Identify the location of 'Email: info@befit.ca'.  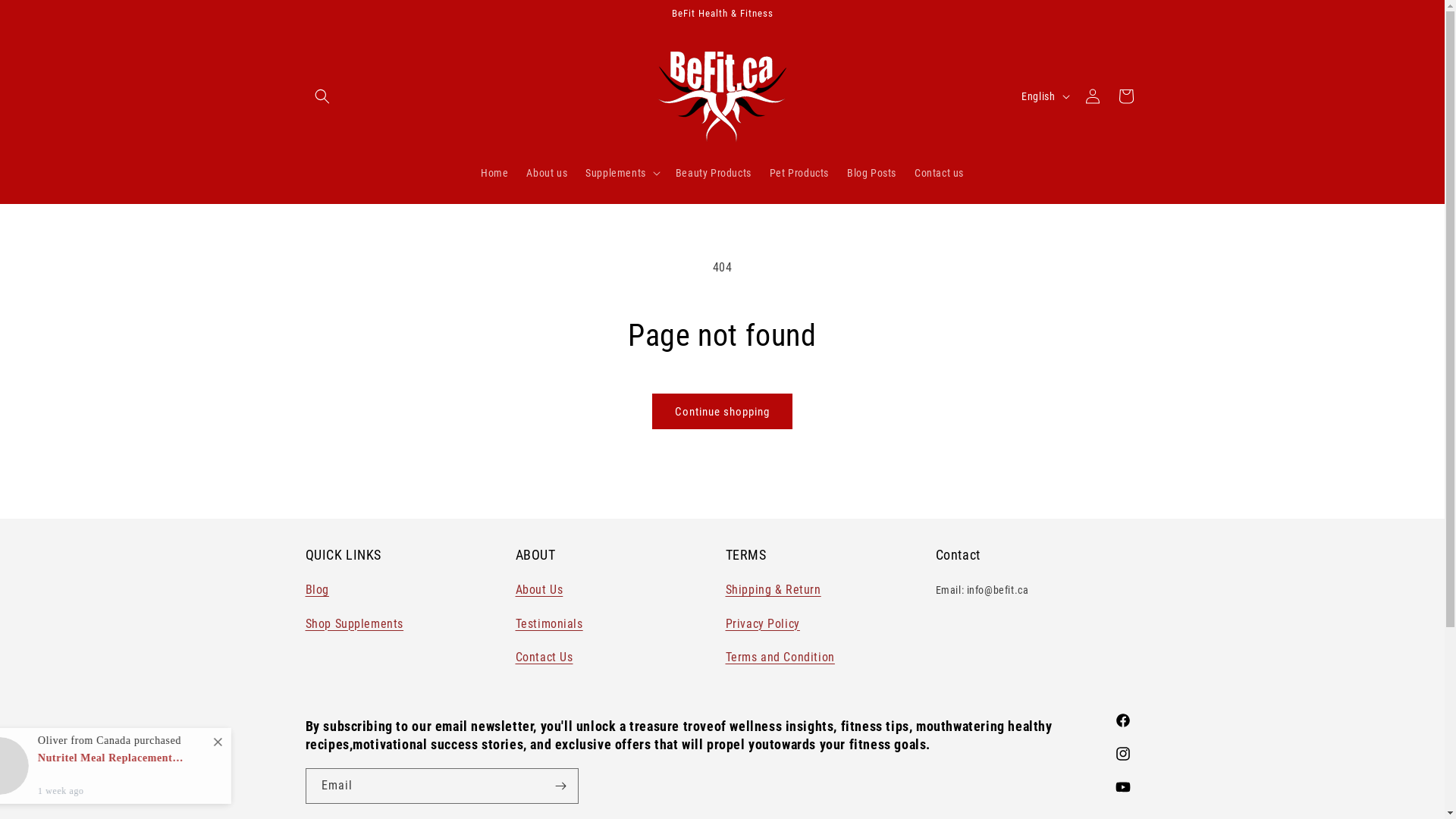
(982, 591).